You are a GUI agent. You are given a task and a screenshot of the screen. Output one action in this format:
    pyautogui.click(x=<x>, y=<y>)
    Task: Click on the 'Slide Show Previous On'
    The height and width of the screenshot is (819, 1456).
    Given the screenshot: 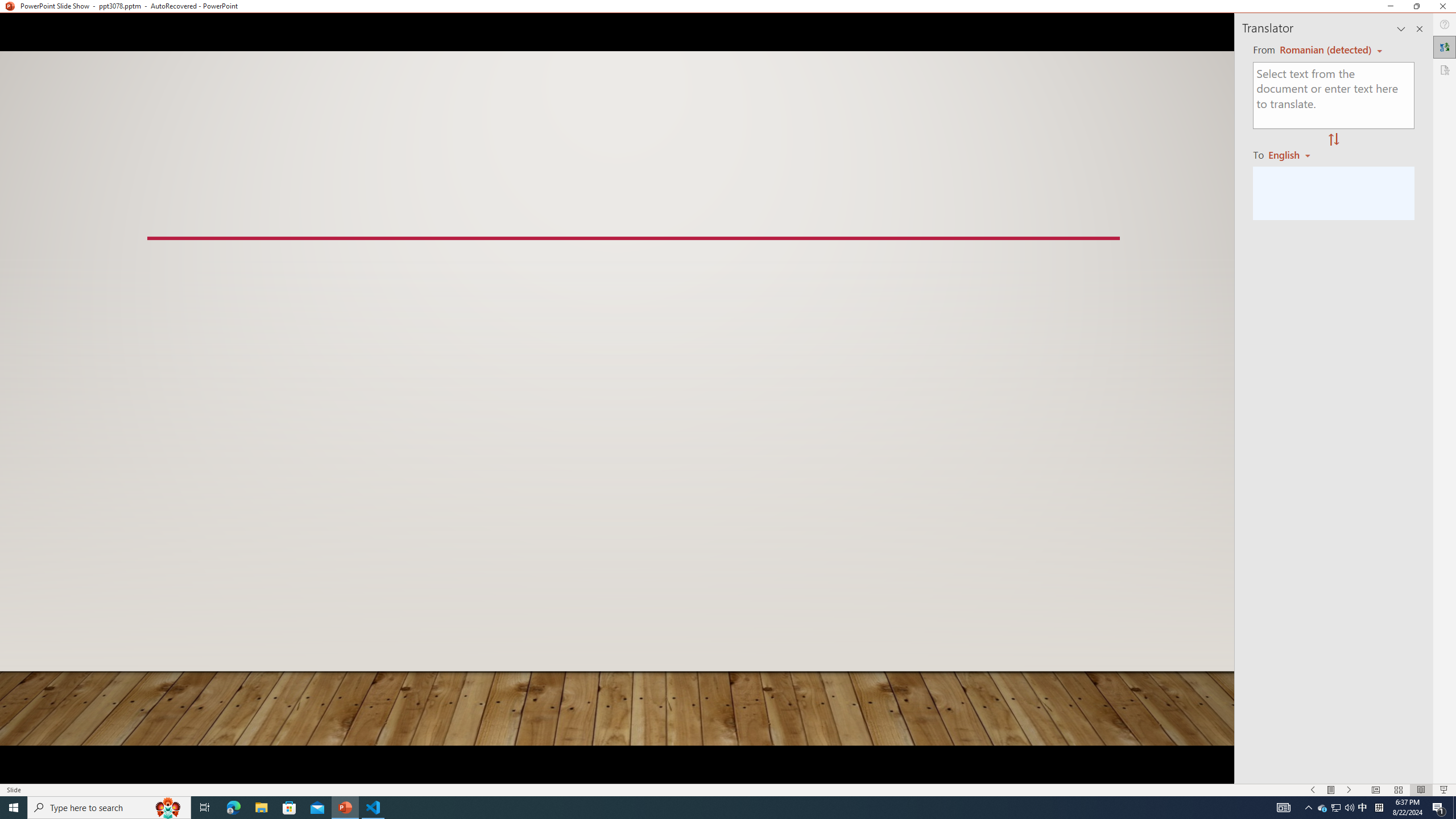 What is the action you would take?
    pyautogui.click(x=1313, y=790)
    